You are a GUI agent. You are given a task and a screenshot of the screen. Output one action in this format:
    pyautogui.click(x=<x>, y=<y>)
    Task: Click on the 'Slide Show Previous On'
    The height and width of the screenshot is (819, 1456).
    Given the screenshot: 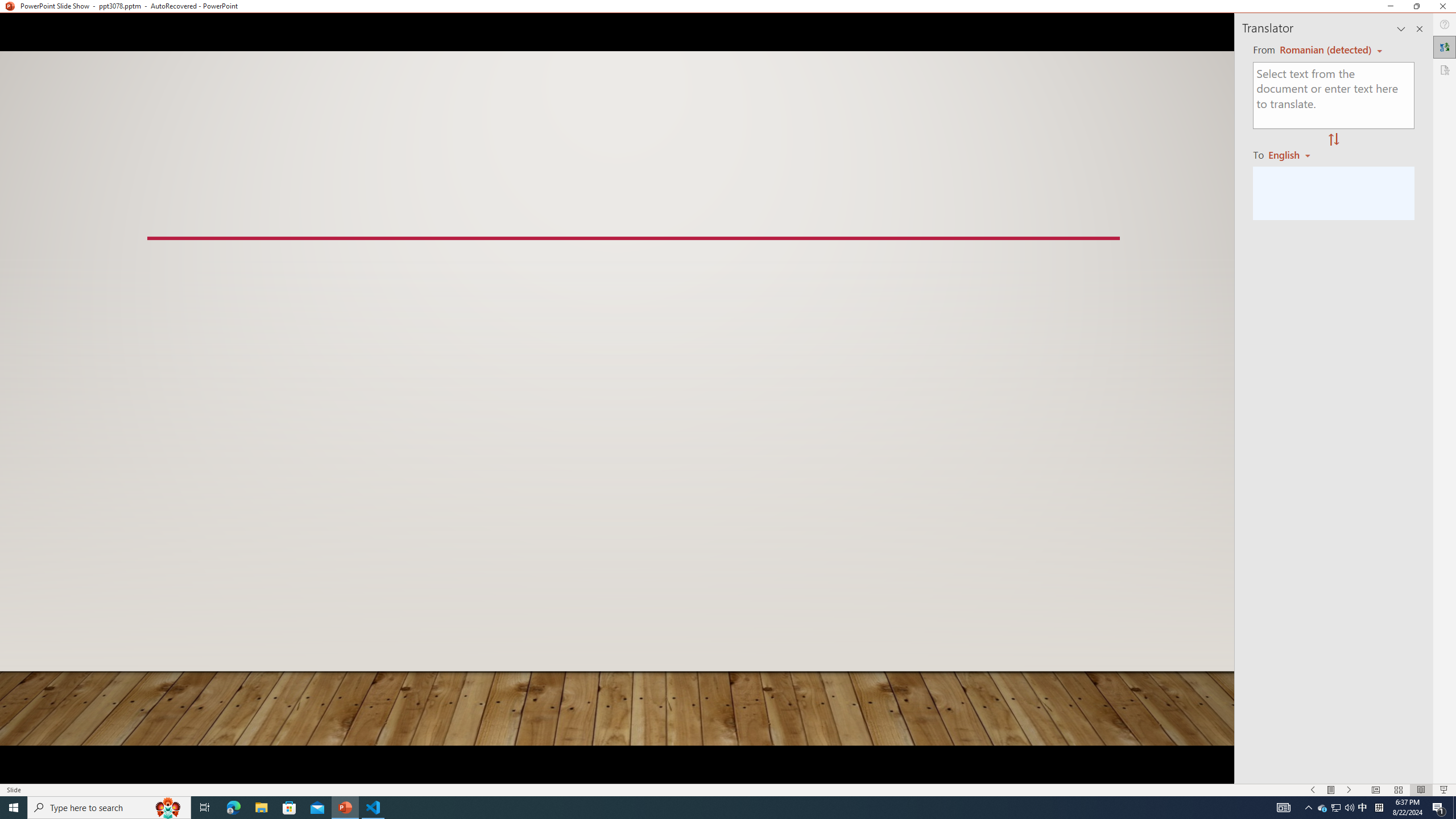 What is the action you would take?
    pyautogui.click(x=1313, y=790)
    